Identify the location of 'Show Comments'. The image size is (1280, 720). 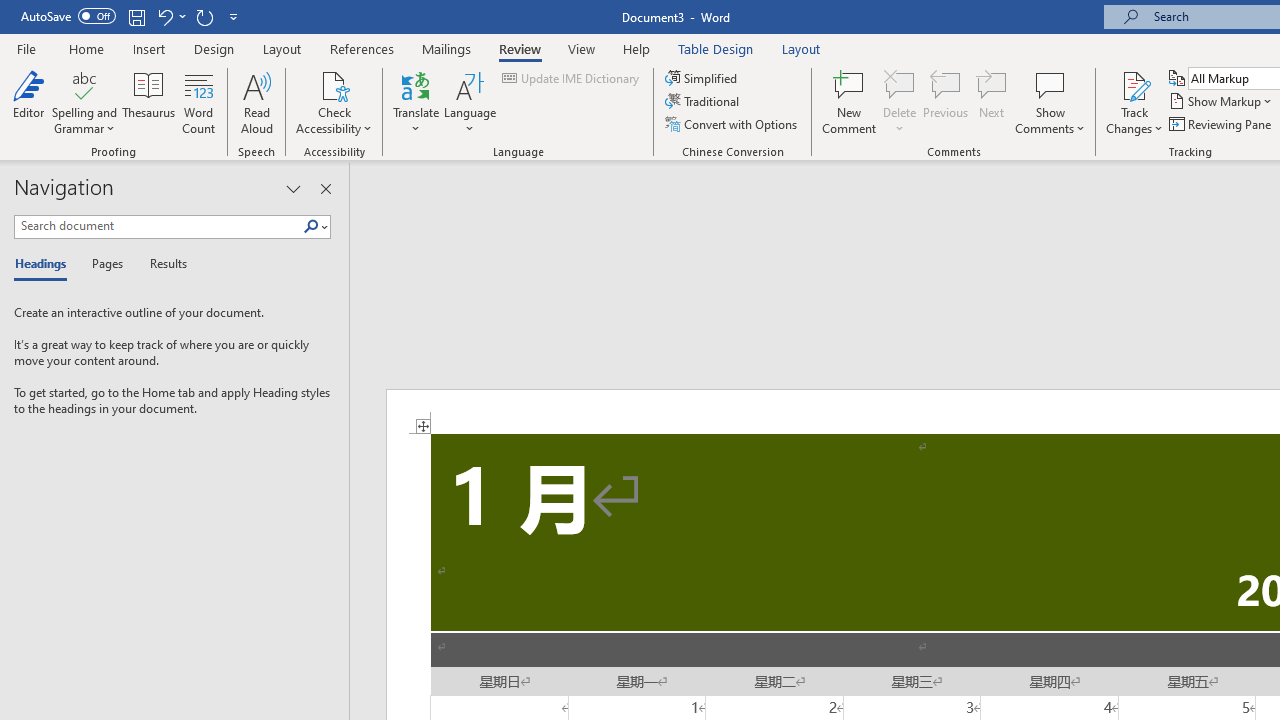
(1049, 103).